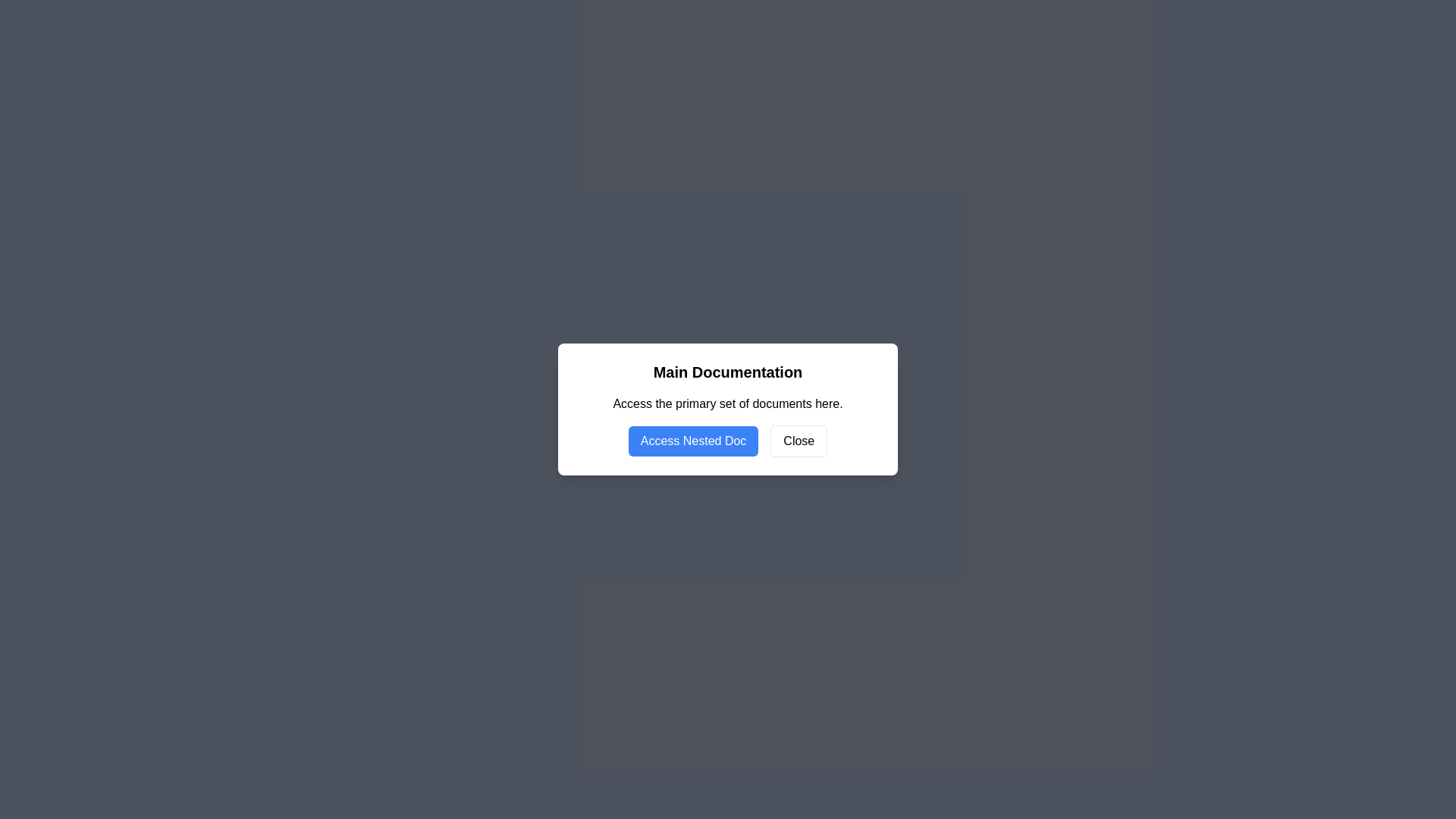 The image size is (1456, 819). Describe the element at coordinates (798, 441) in the screenshot. I see `the close button located to the right of the 'Access Nested Doc' button at the bottom of the dialog box` at that location.